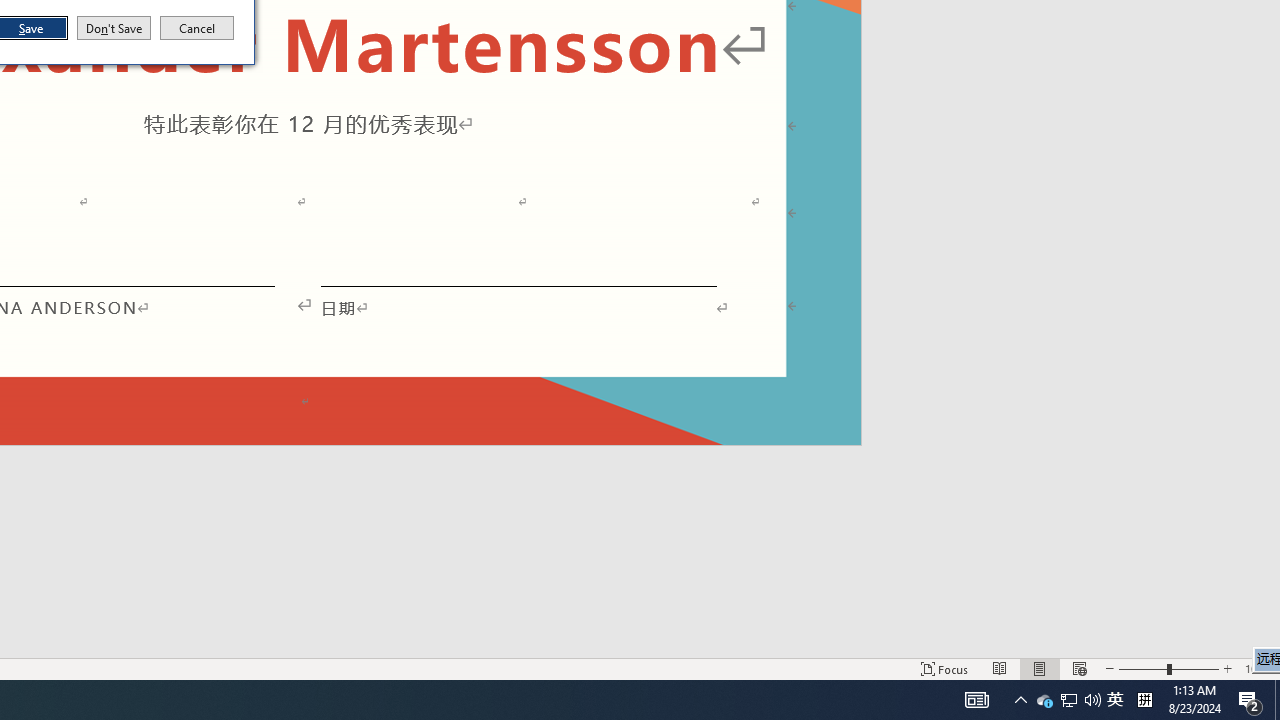  Describe the element at coordinates (1226, 669) in the screenshot. I see `'Zoom In'` at that location.